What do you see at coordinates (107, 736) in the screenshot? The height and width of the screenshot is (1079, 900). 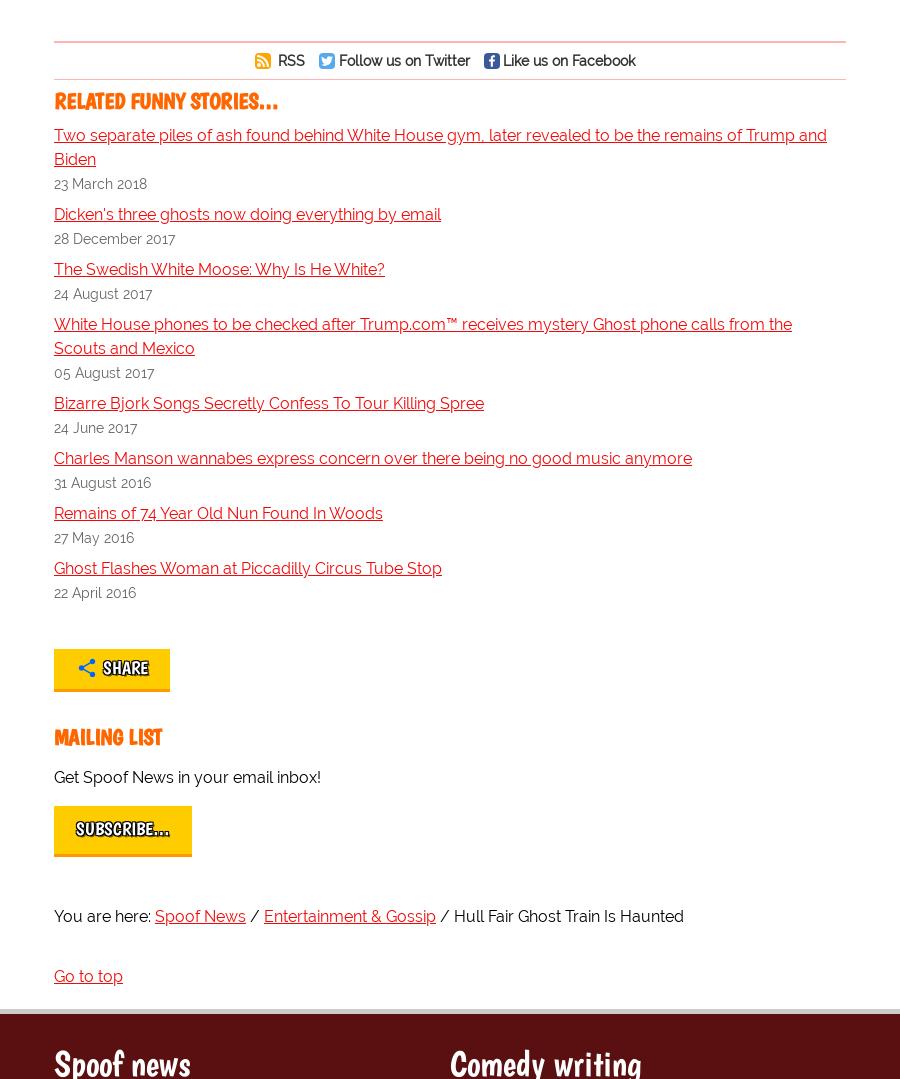 I see `'Mailing List'` at bounding box center [107, 736].